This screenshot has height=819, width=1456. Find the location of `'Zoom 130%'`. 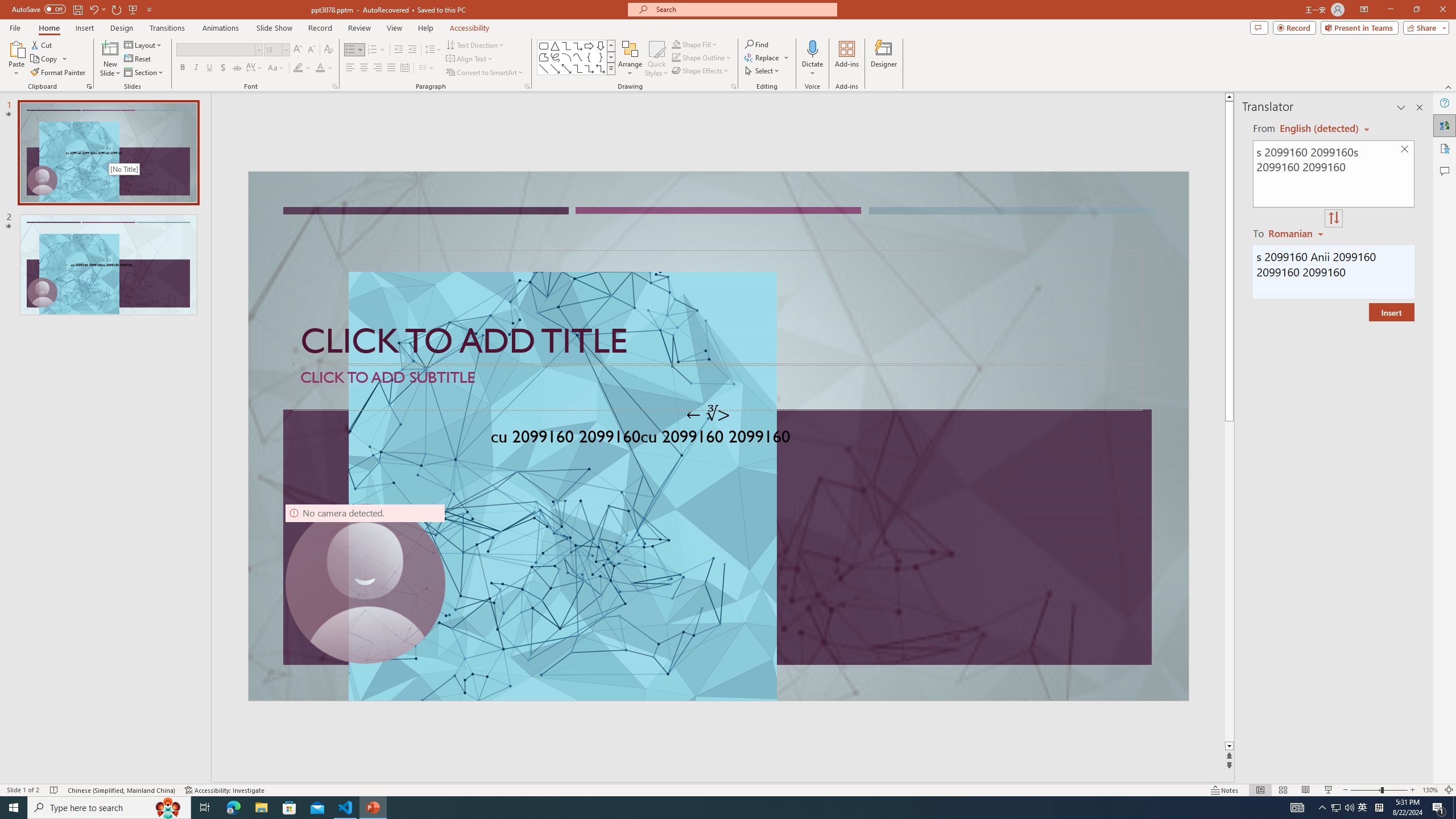

'Zoom 130%' is located at coordinates (1430, 790).